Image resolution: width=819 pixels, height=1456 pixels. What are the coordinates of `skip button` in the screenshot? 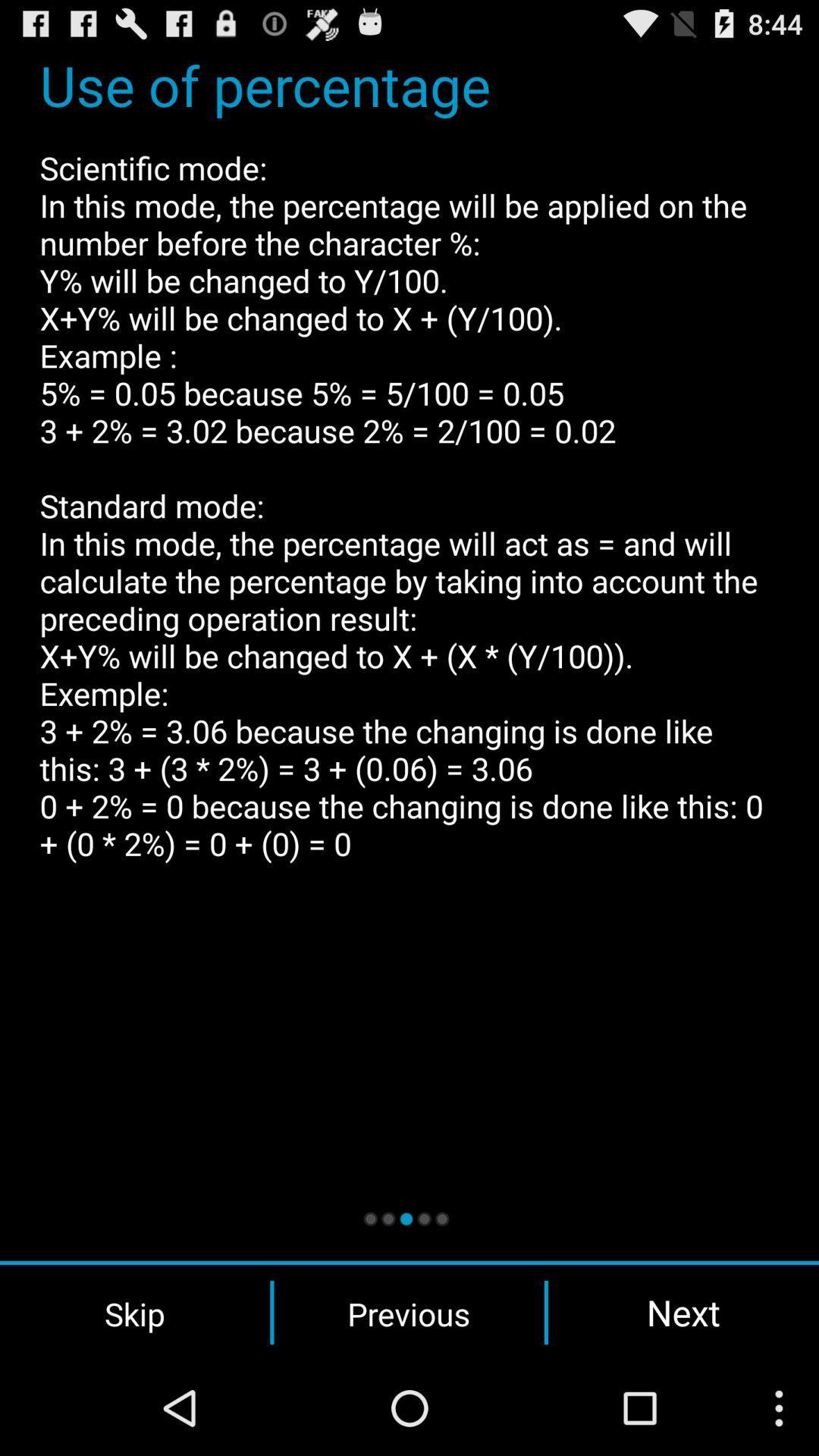 It's located at (134, 1312).